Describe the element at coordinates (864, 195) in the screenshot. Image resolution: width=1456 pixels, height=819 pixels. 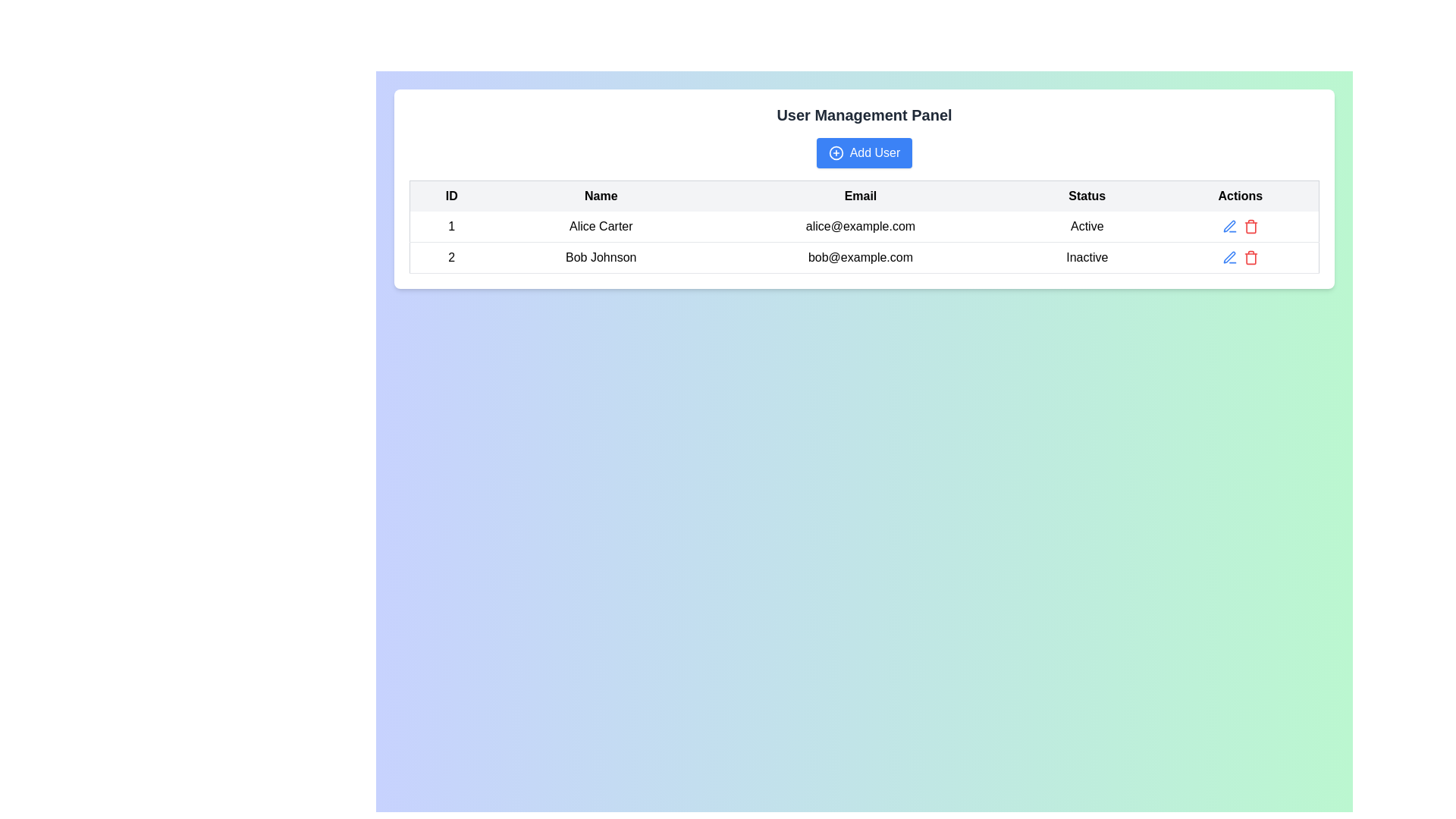
I see `text of the headers in the Table Header Row located below the 'Add User' button in the 'User Management Panel'` at that location.